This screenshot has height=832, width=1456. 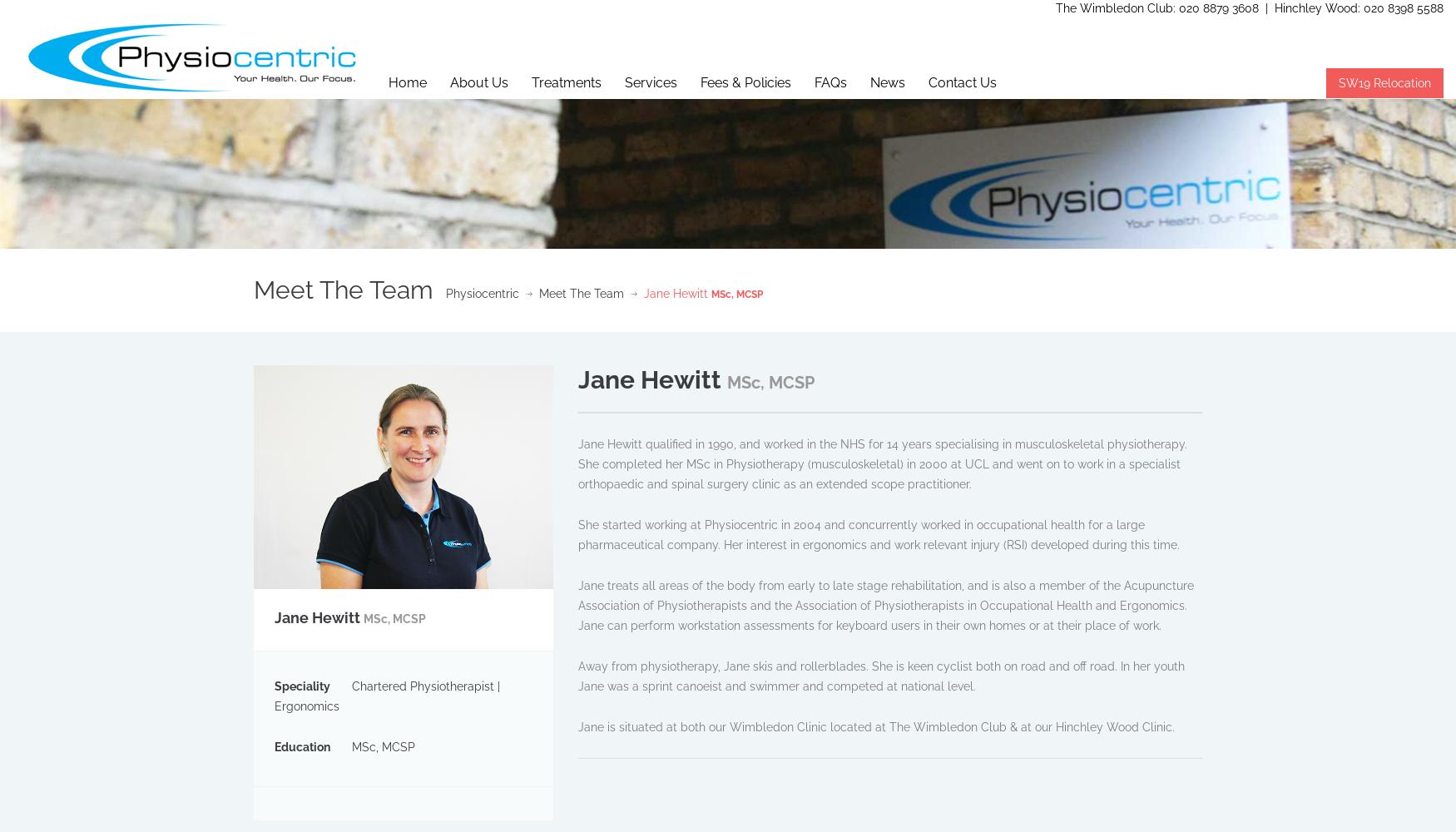 I want to click on 'Chartered Physiotherapist | Ergonomics', so click(x=387, y=696).